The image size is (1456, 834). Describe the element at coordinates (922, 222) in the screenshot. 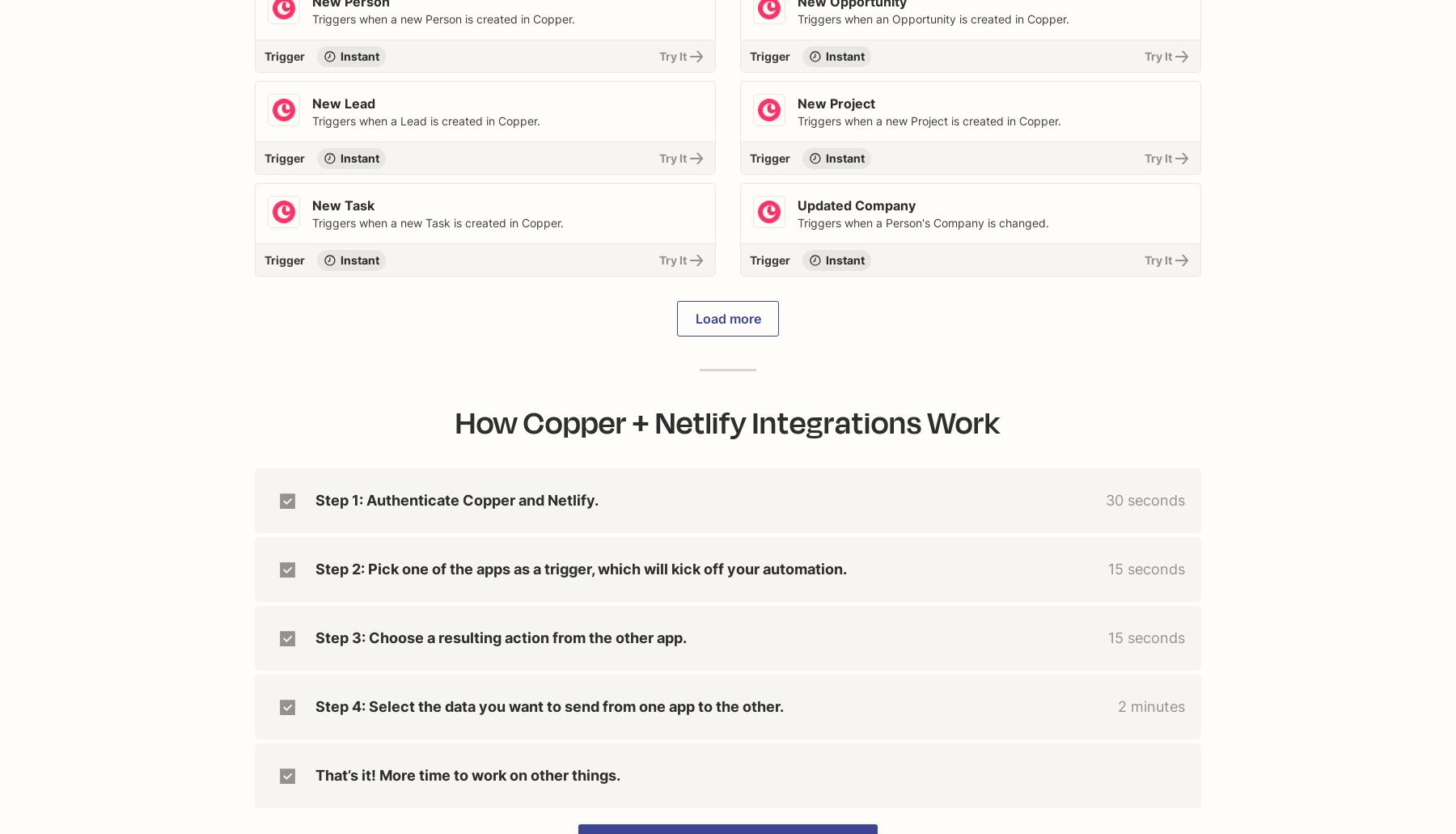

I see `'Triggers when a Person's Company is changed.'` at that location.